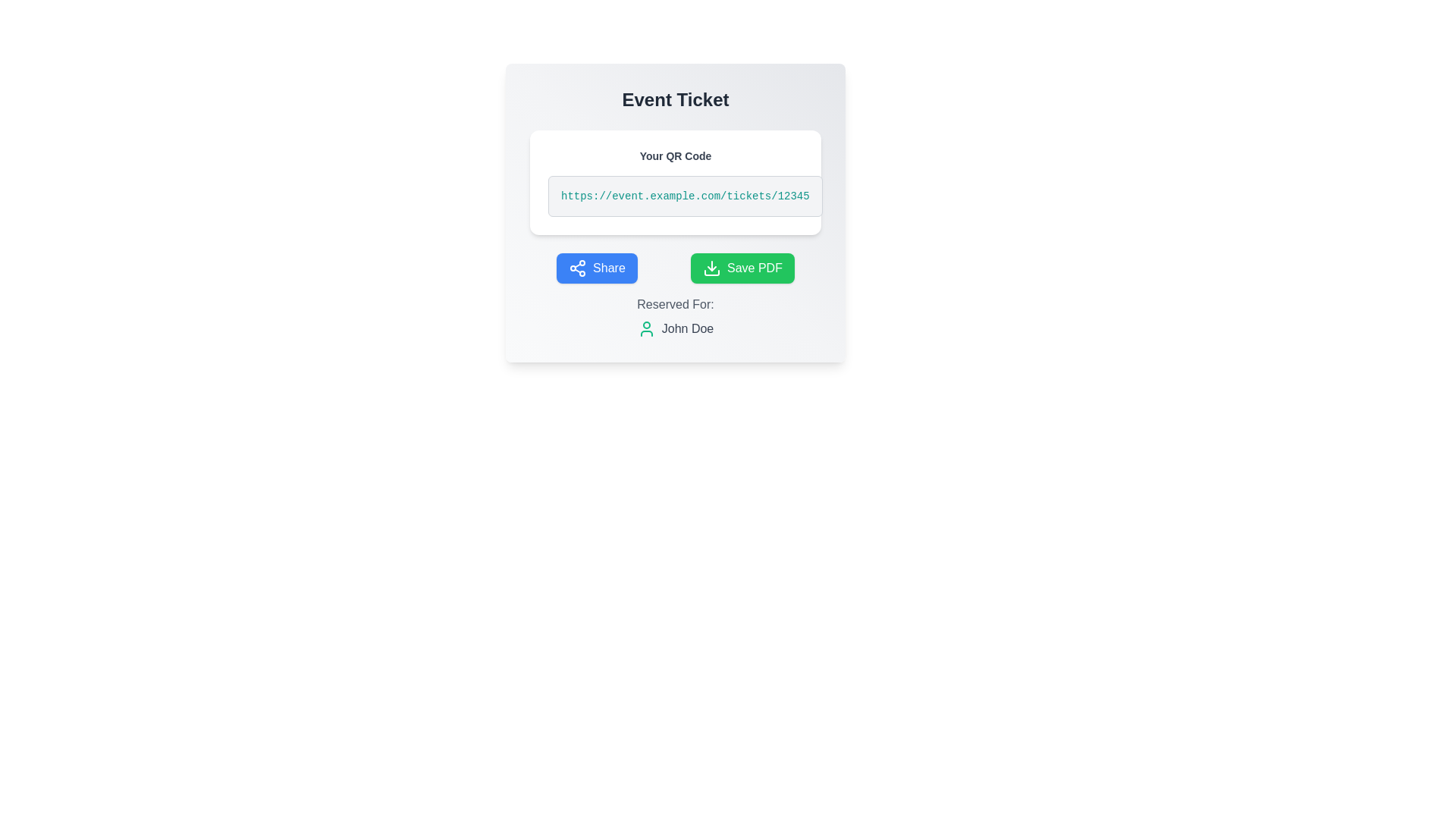 Image resolution: width=1456 pixels, height=819 pixels. Describe the element at coordinates (596, 268) in the screenshot. I see `the 'Share Event Ticket' button located on the left side of the button group` at that location.